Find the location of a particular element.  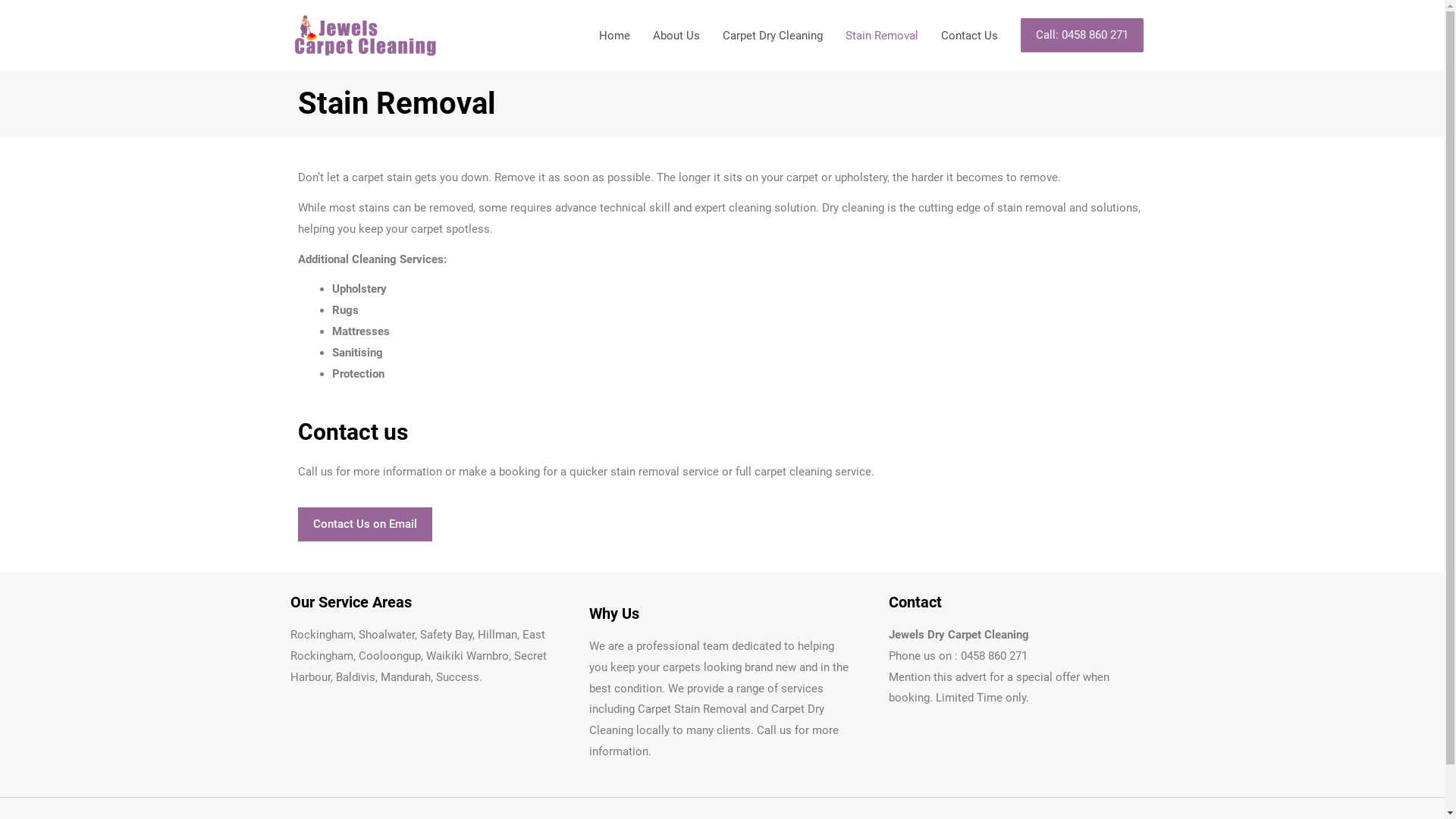

'Carpet Dry Cleaning' is located at coordinates (710, 34).